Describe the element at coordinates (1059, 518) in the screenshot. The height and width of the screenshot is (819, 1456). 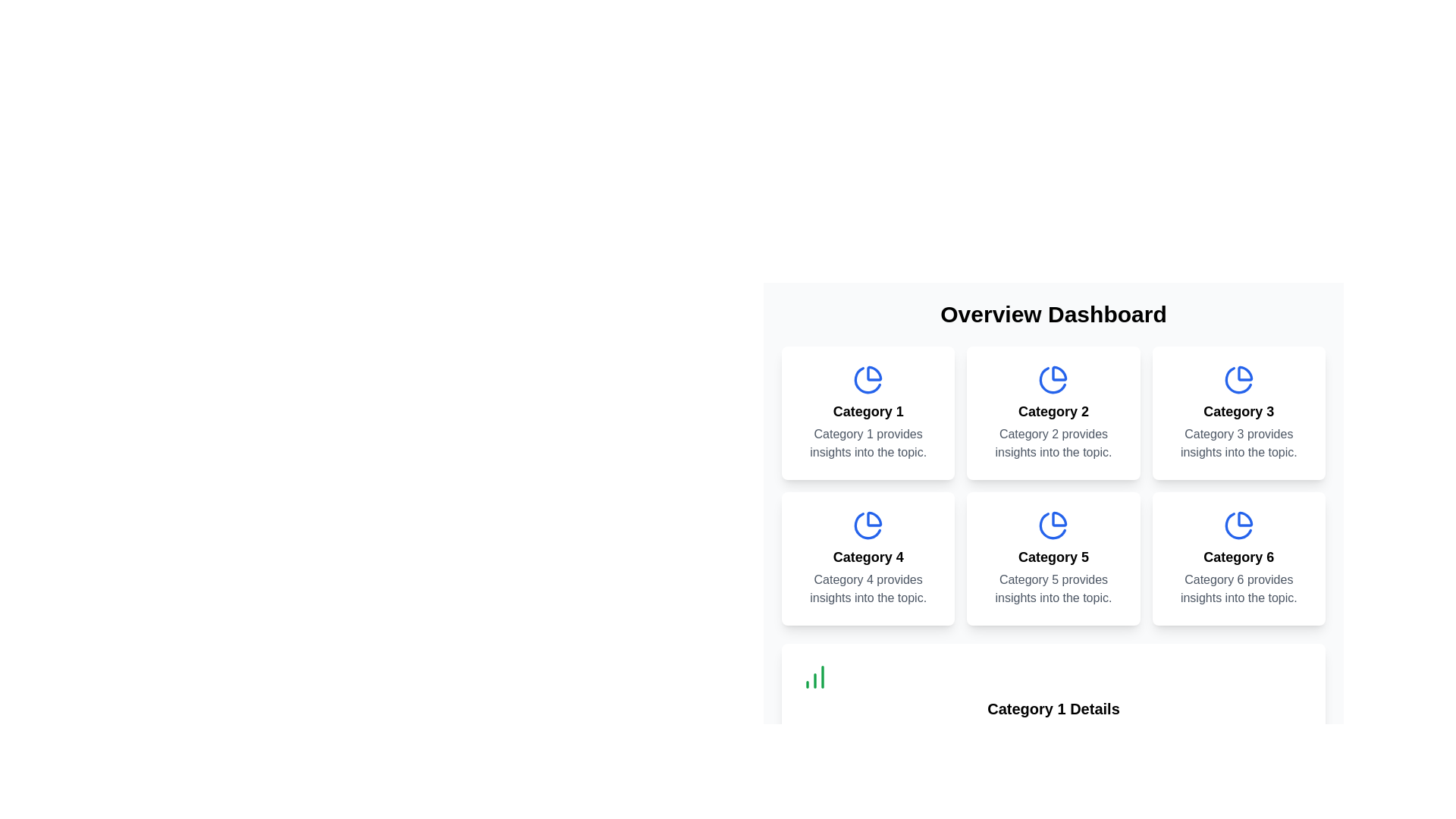
I see `the pie chart segment within the 'Category 5' card, which visually represents a portion of the pie chart icon in the dashboard` at that location.